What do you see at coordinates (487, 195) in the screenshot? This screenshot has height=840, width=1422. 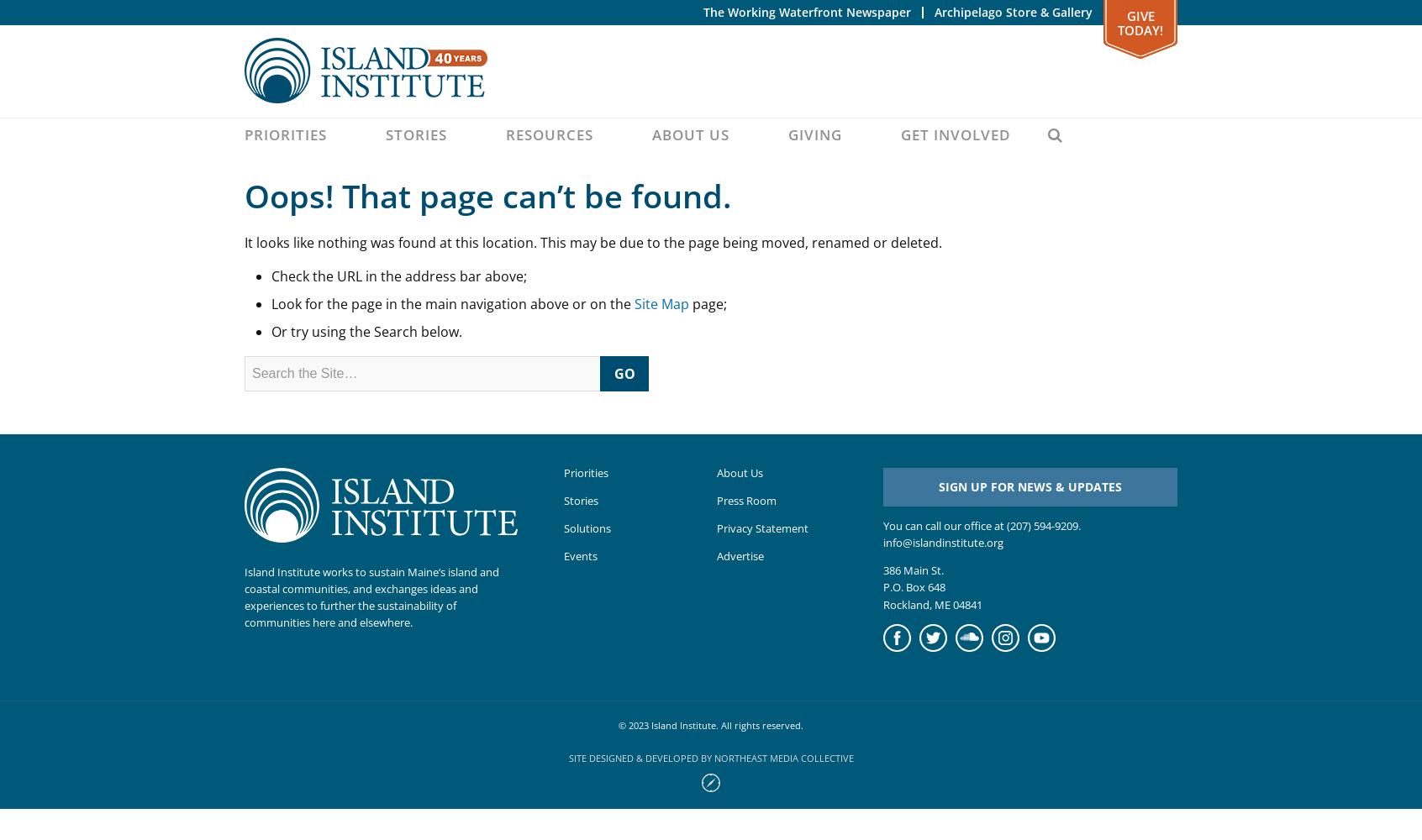 I see `'Oops! That page can’t be found.'` at bounding box center [487, 195].